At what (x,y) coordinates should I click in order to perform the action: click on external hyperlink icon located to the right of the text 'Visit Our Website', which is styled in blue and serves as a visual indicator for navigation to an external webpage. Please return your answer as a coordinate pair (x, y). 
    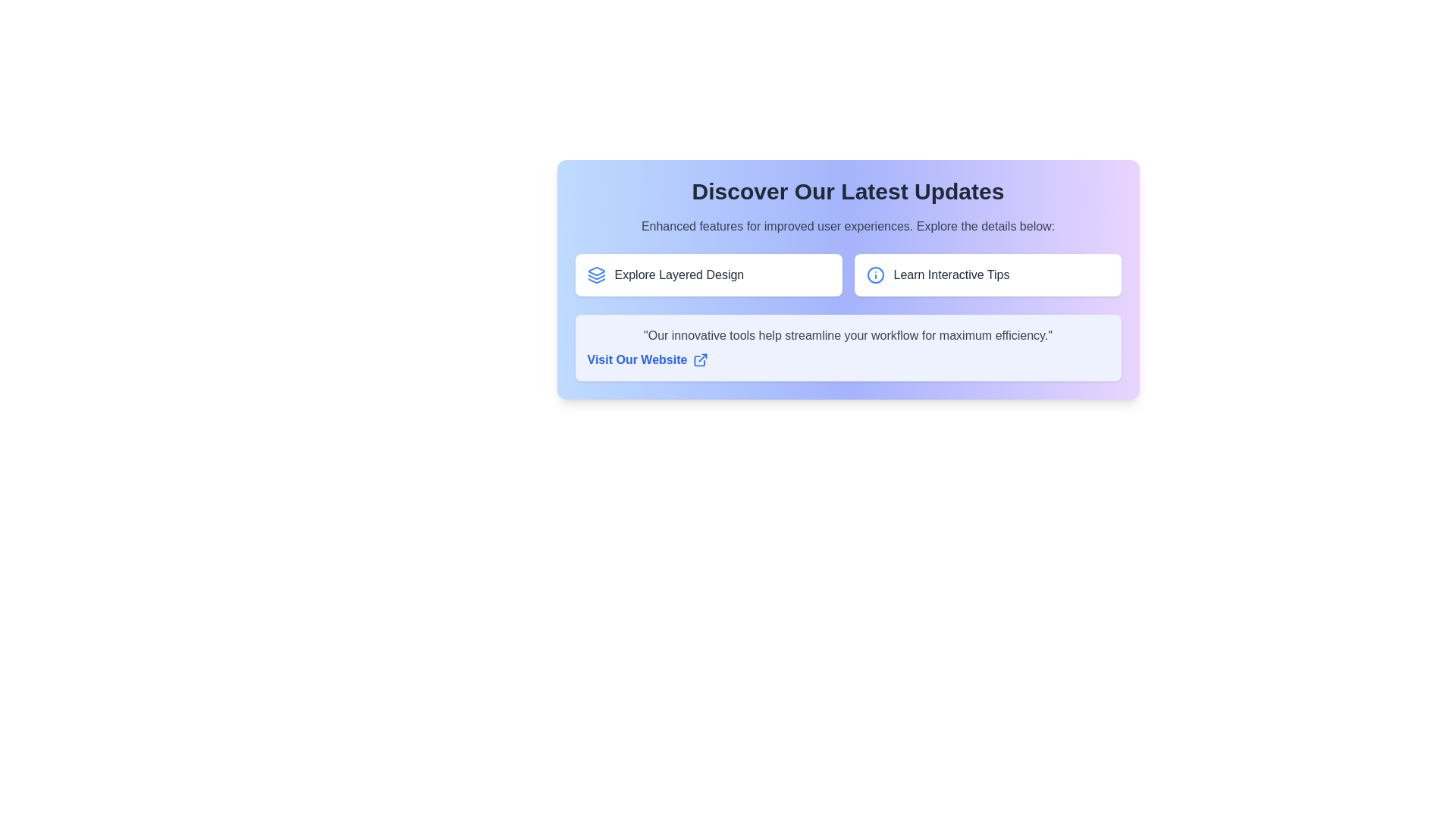
    Looking at the image, I should click on (700, 359).